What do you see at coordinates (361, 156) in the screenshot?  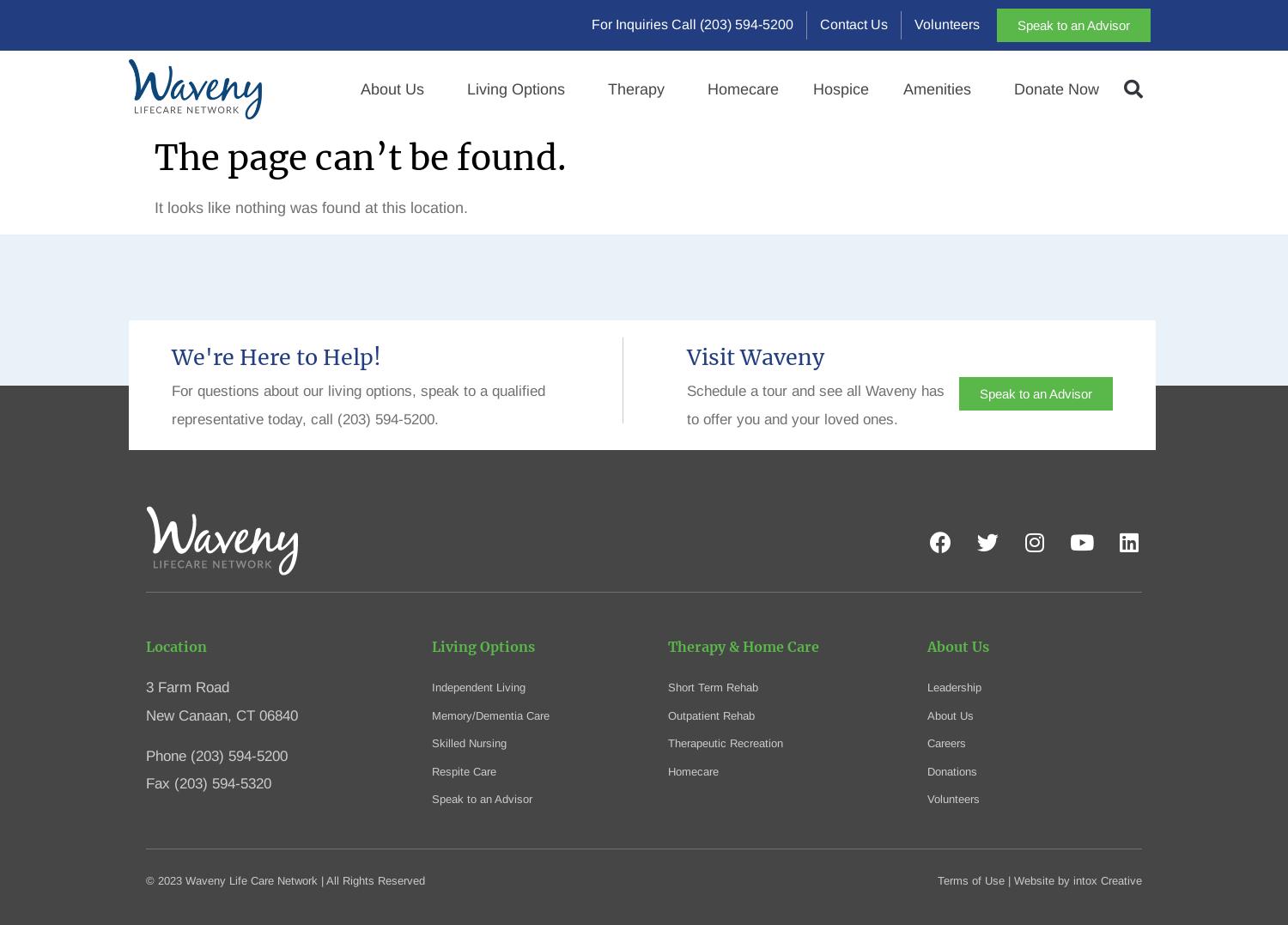 I see `'The page can’t be found.'` at bounding box center [361, 156].